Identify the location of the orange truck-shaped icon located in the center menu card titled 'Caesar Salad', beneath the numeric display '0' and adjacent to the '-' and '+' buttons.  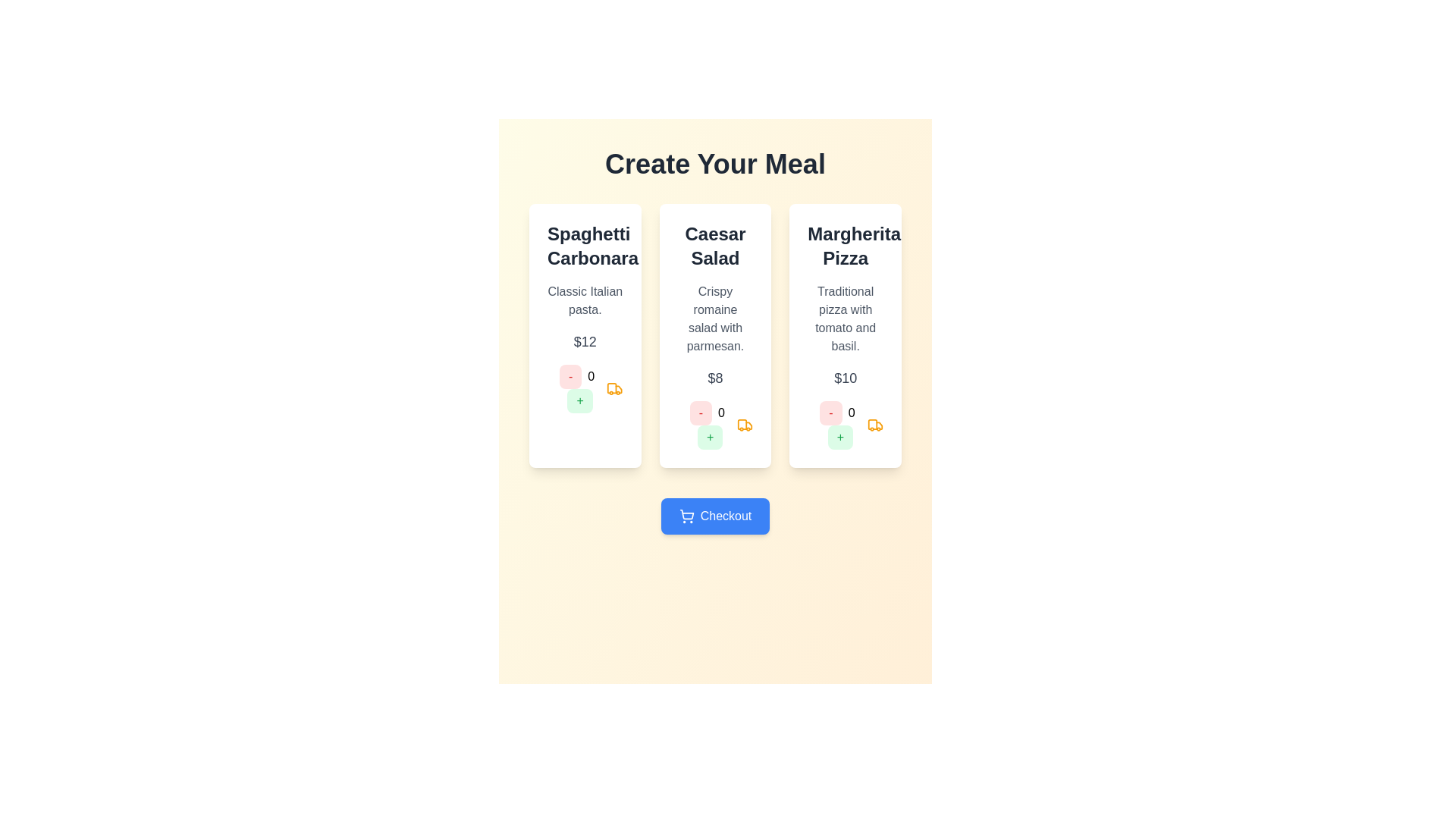
(745, 425).